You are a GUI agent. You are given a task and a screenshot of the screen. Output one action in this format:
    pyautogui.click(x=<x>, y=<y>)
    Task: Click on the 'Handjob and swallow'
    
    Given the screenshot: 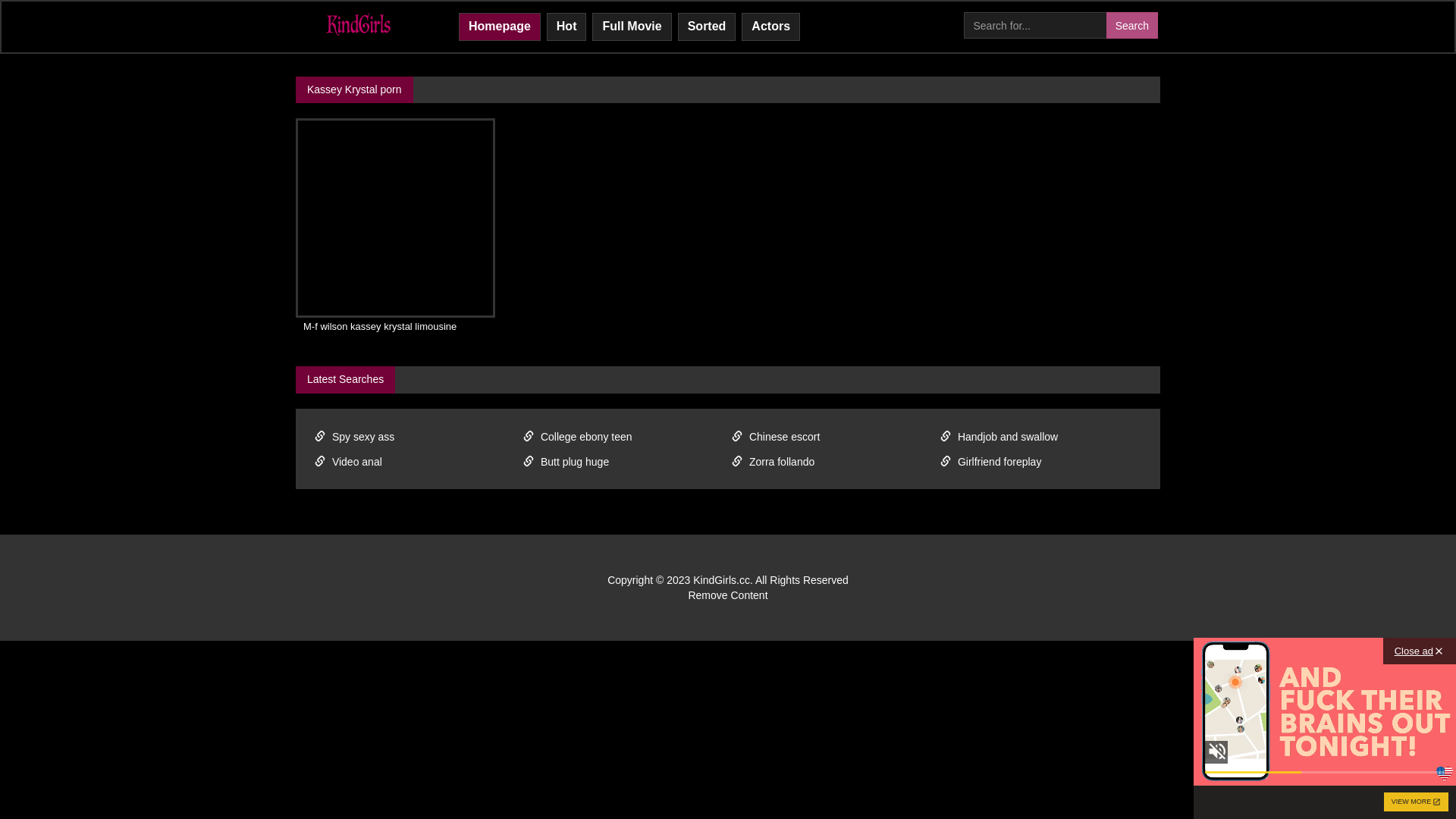 What is the action you would take?
    pyautogui.click(x=1040, y=436)
    